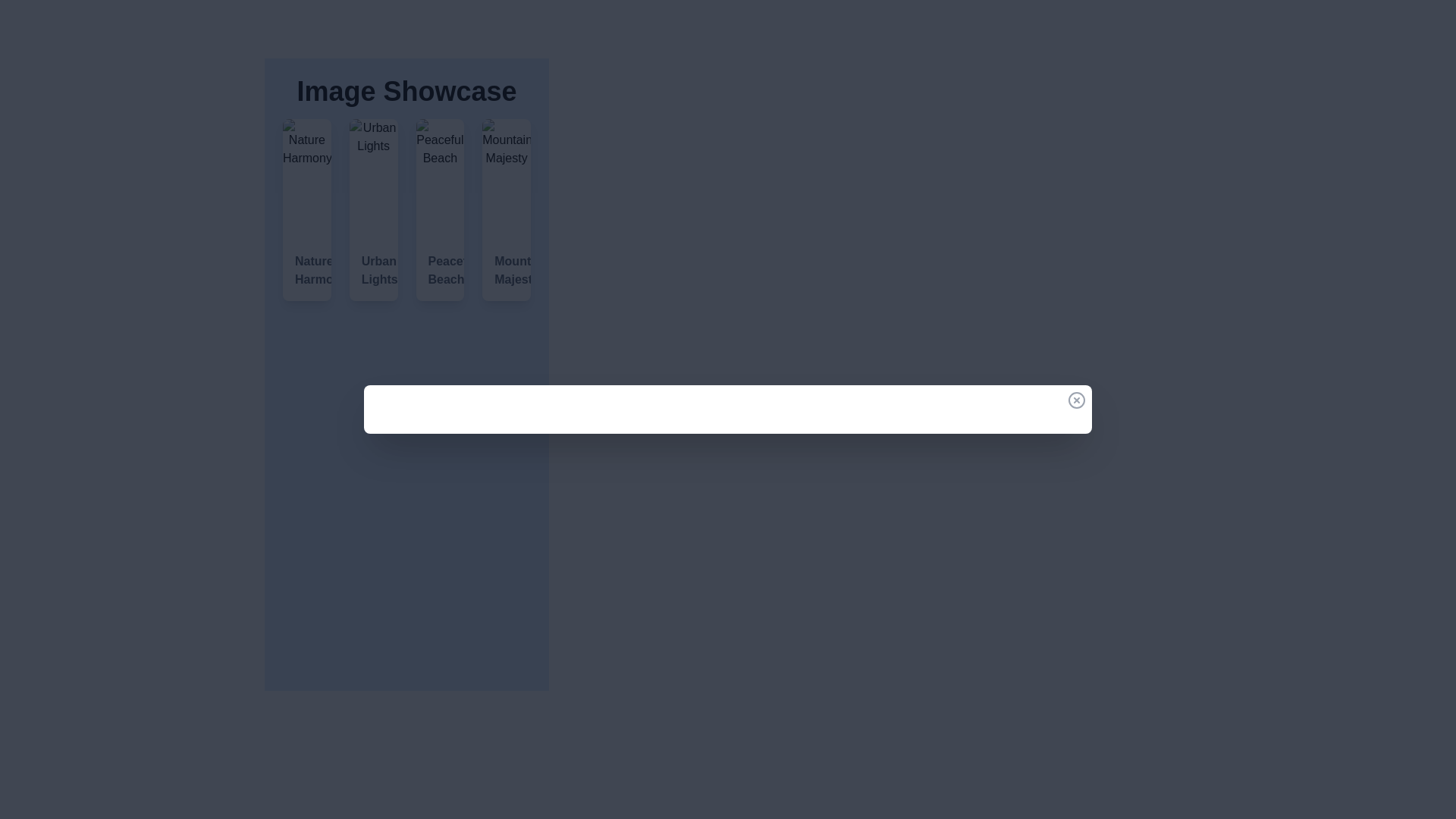 This screenshot has height=819, width=1456. What do you see at coordinates (439, 270) in the screenshot?
I see `the text label that describes the card titled 'Peaceful Beach', which is the third card in the 'Image Showcase' section` at bounding box center [439, 270].